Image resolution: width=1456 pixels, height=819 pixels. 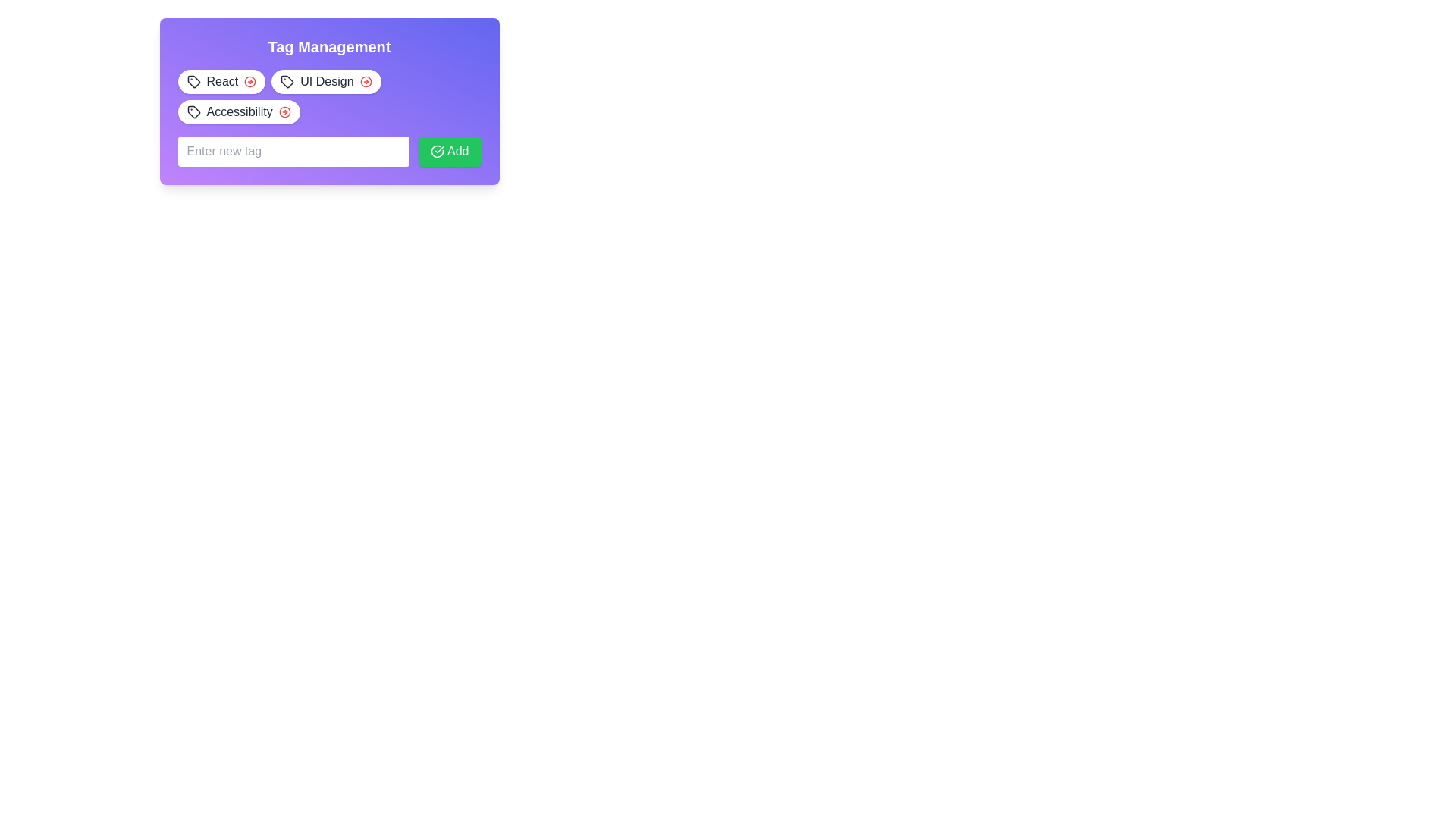 I want to click on the 'React' tag button with a tag icon and a red arrow button on the far right, so click(x=221, y=82).